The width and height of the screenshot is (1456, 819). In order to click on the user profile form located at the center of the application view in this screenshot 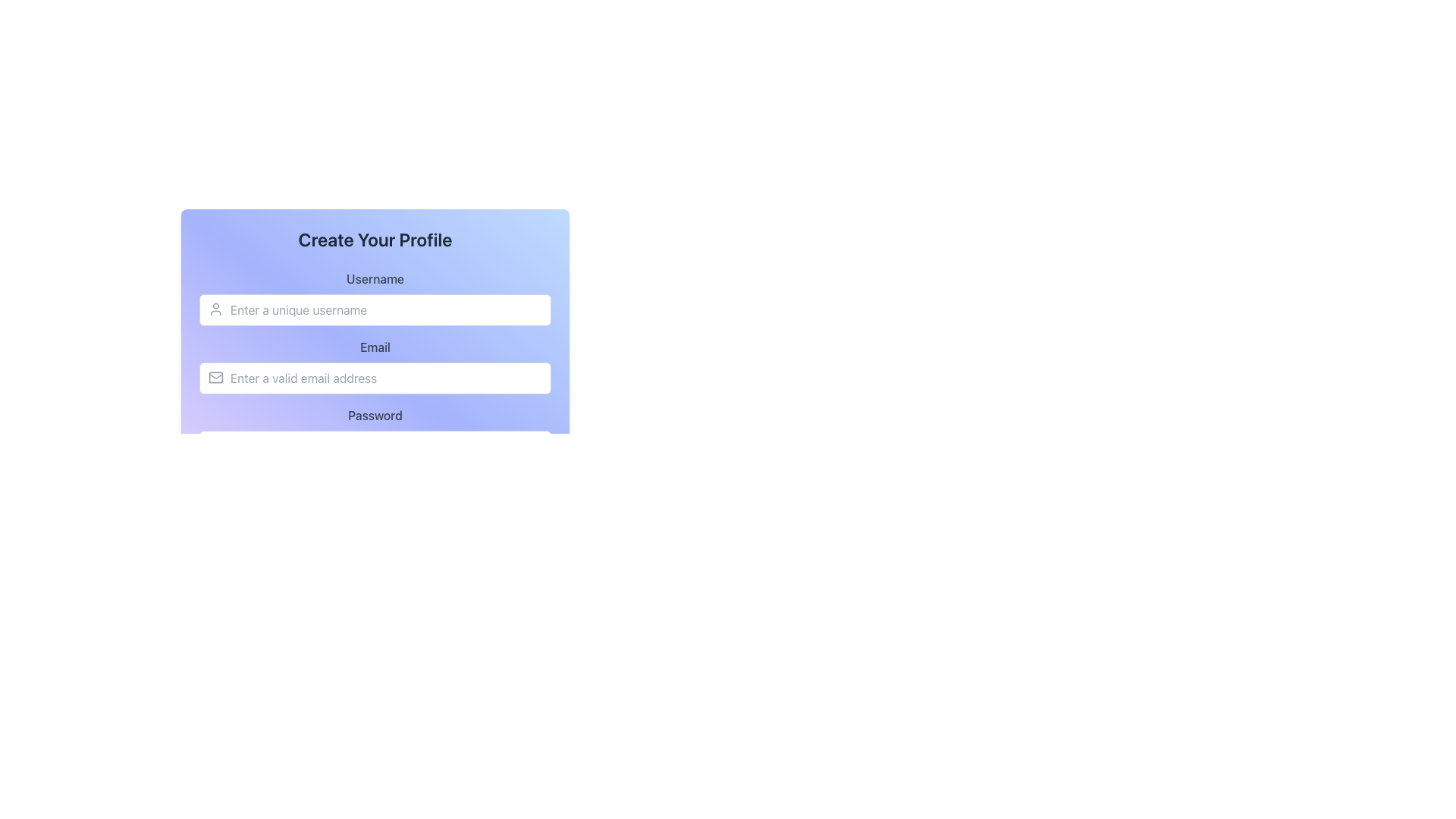, I will do `click(375, 312)`.